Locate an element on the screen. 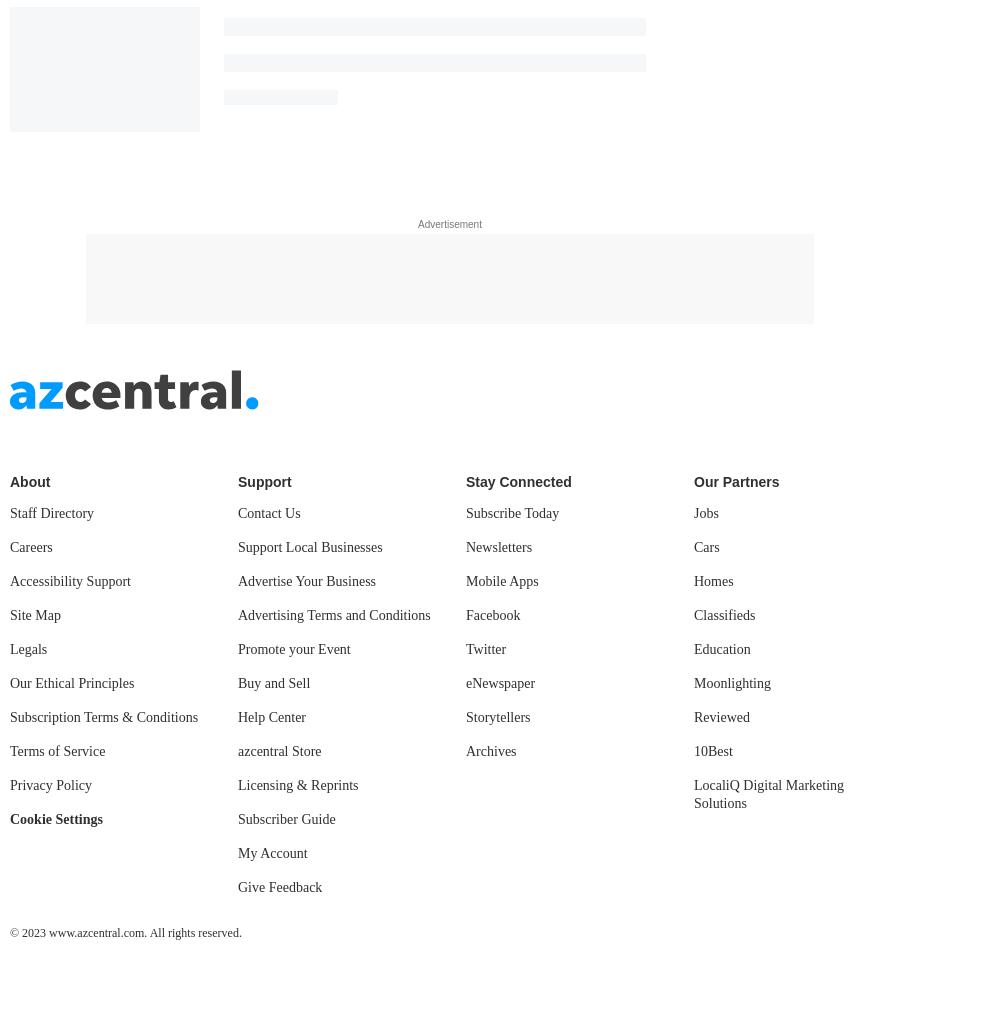 This screenshot has width=1000, height=1014. 'Give Feedback' is located at coordinates (280, 885).